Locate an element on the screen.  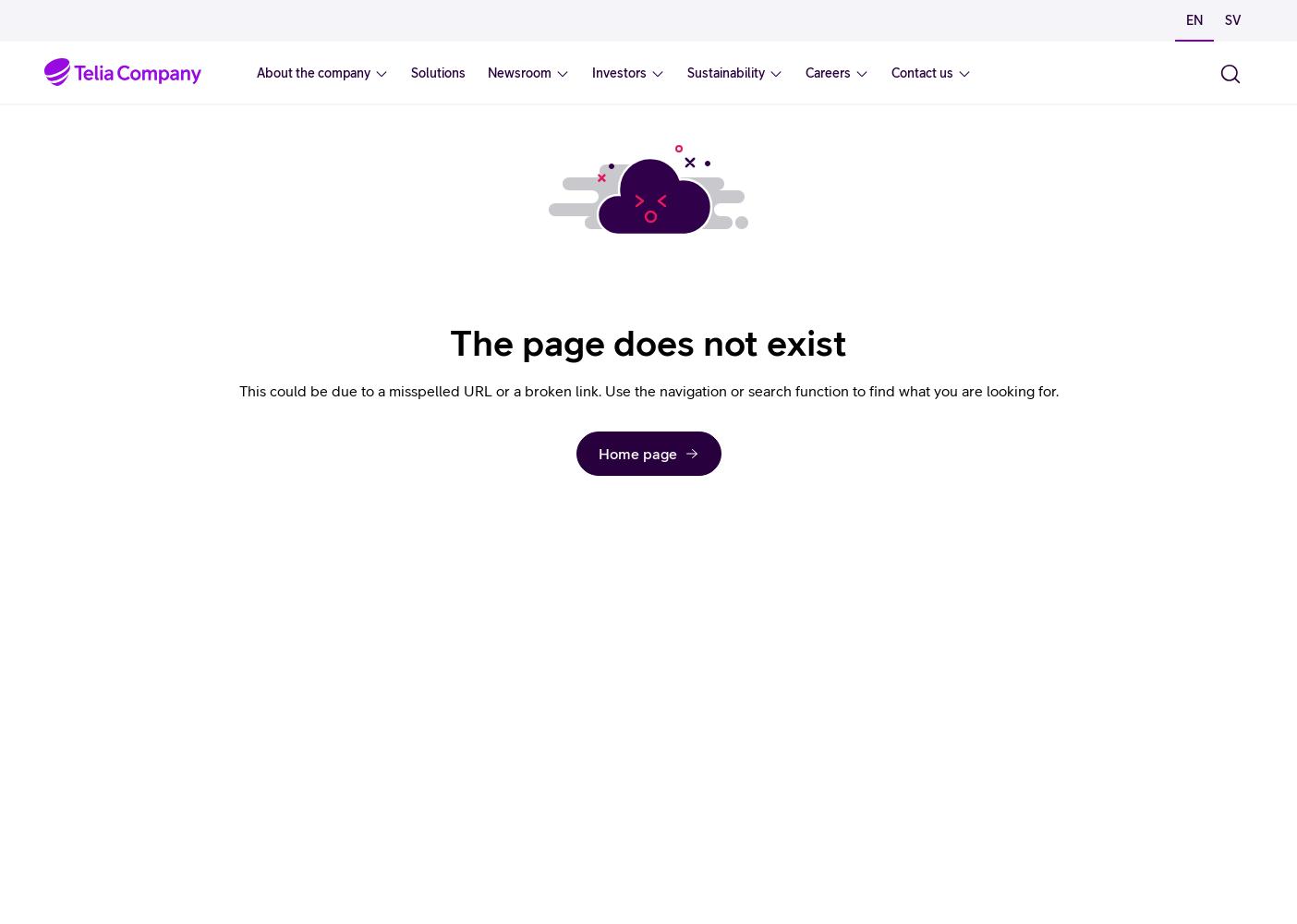
'Careers' is located at coordinates (828, 72).